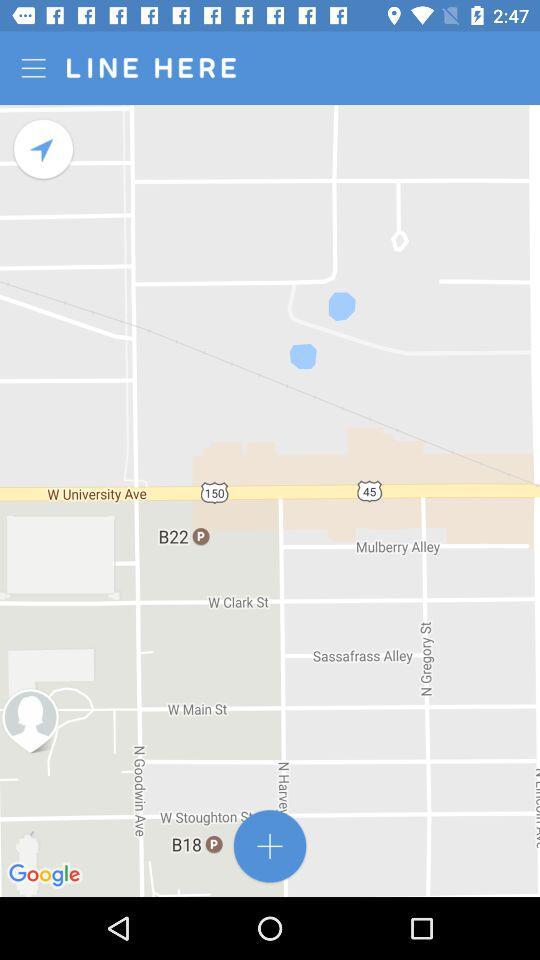 Image resolution: width=540 pixels, height=960 pixels. Describe the element at coordinates (270, 846) in the screenshot. I see `the add icon` at that location.